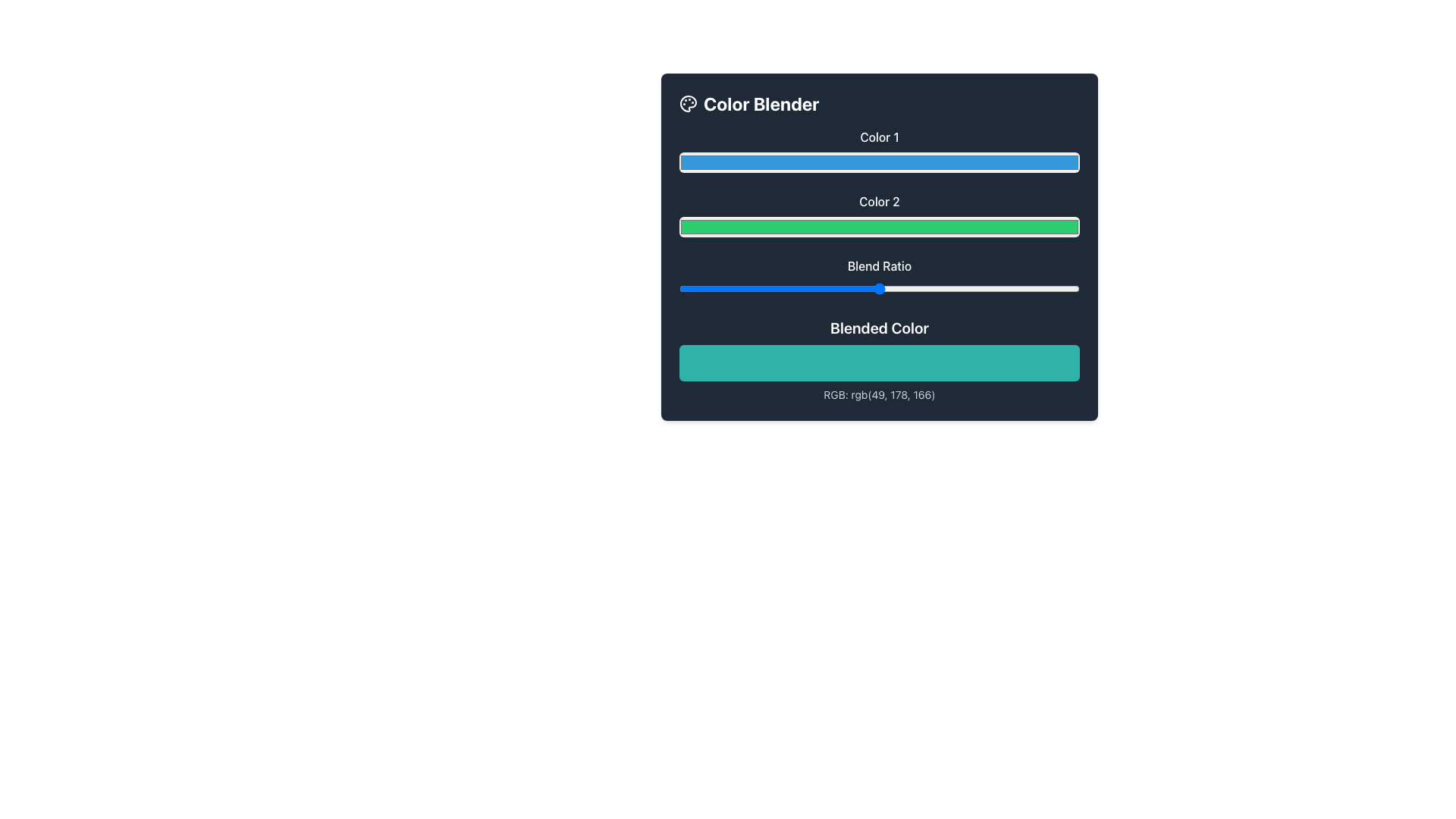 Image resolution: width=1456 pixels, height=819 pixels. What do you see at coordinates (891, 289) in the screenshot?
I see `the Blend Ratio slider` at bounding box center [891, 289].